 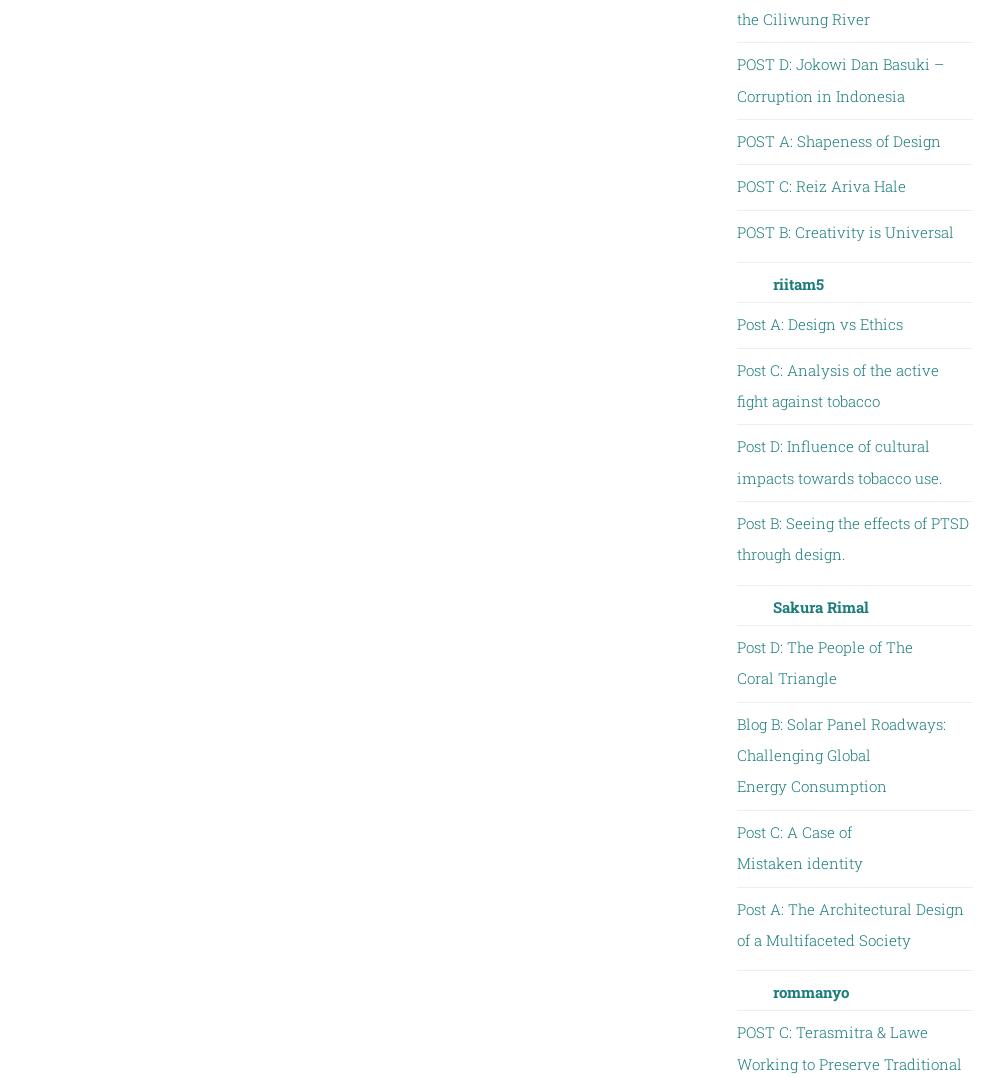 I want to click on 'POST B: Creativity is Universal', so click(x=843, y=231).